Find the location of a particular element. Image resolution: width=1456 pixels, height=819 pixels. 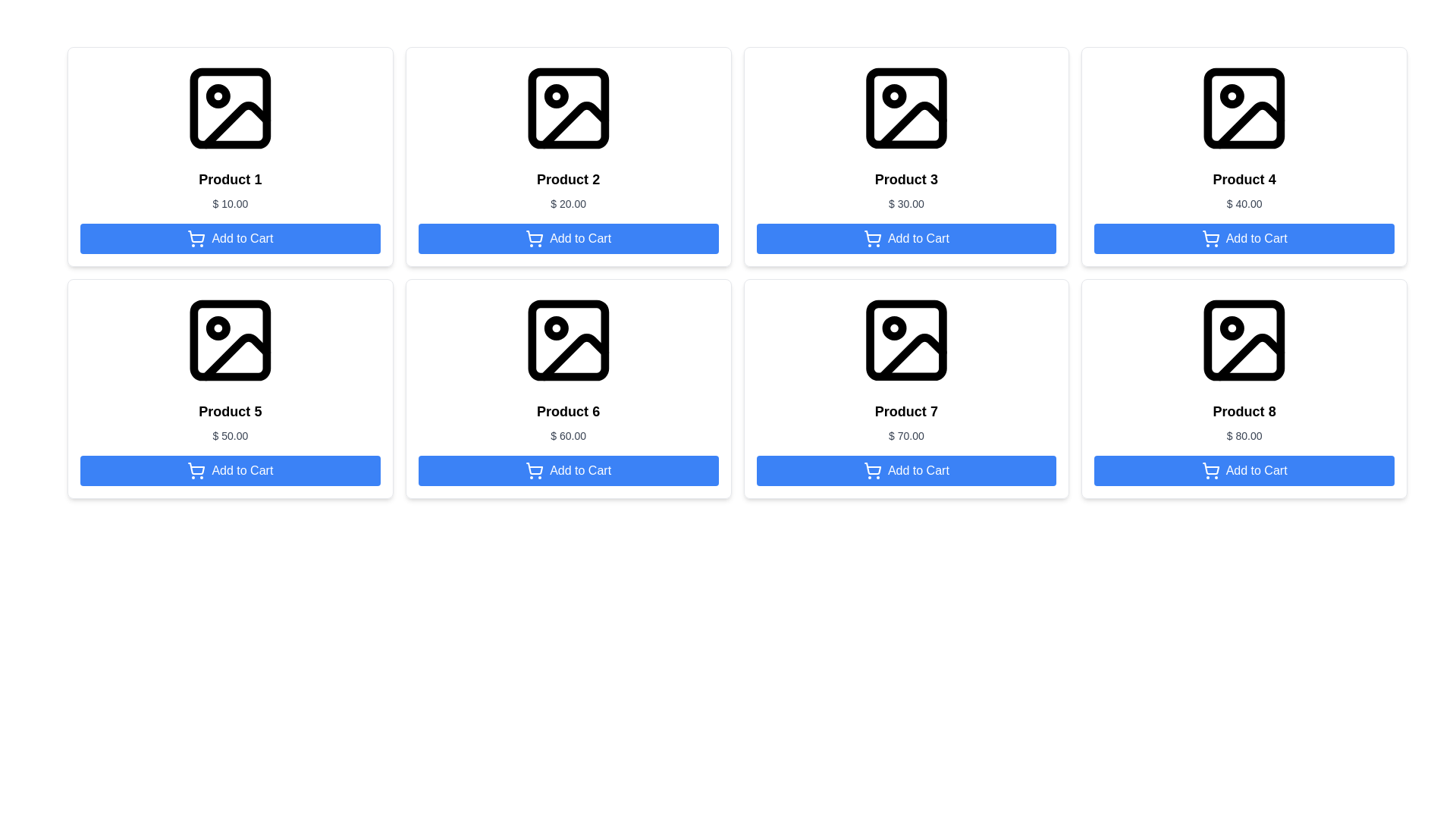

the shopping cart icon, which is outlined in black and located inside the 'Add to Cart' button for 'Product 6' priced at $60 is located at coordinates (535, 468).